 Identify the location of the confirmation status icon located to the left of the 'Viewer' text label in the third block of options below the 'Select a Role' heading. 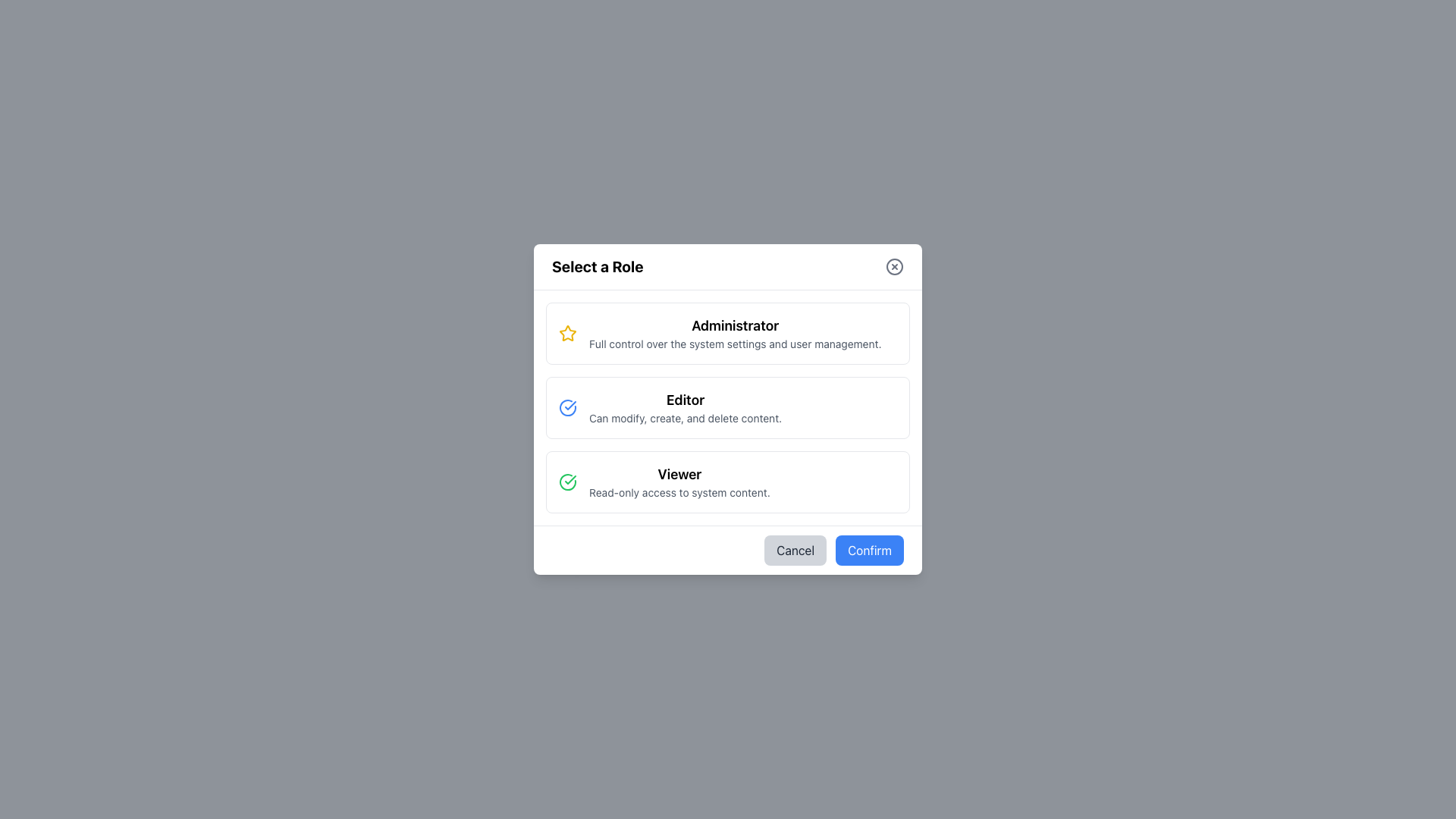
(566, 482).